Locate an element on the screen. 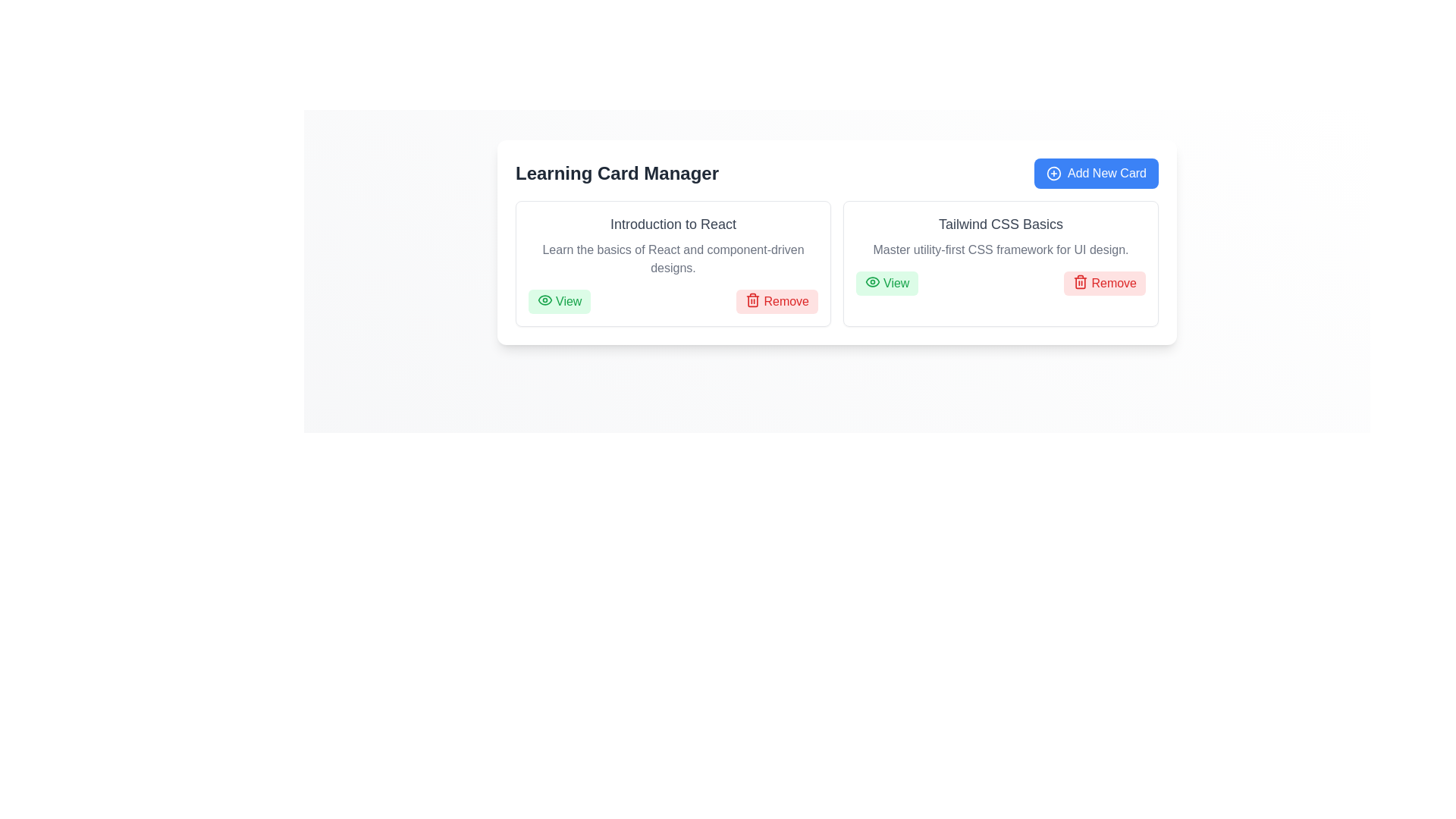 The width and height of the screenshot is (1456, 819). the red 'Remove' button with a trash can icon, located in the second card titled 'Tailwind CSS Basics', to observe the hover effect is located at coordinates (1105, 284).